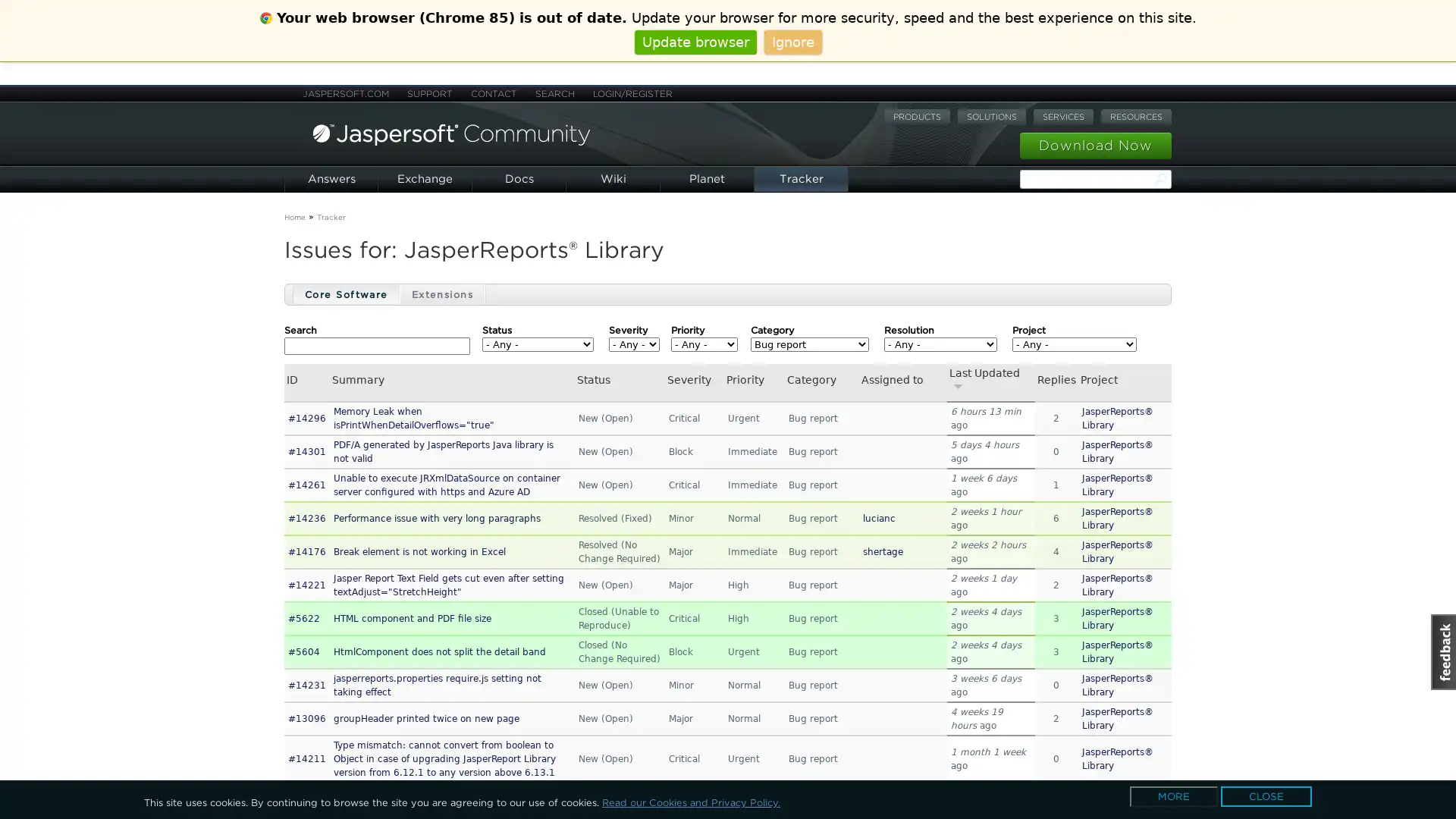  Describe the element at coordinates (1160, 178) in the screenshot. I see `Search` at that location.